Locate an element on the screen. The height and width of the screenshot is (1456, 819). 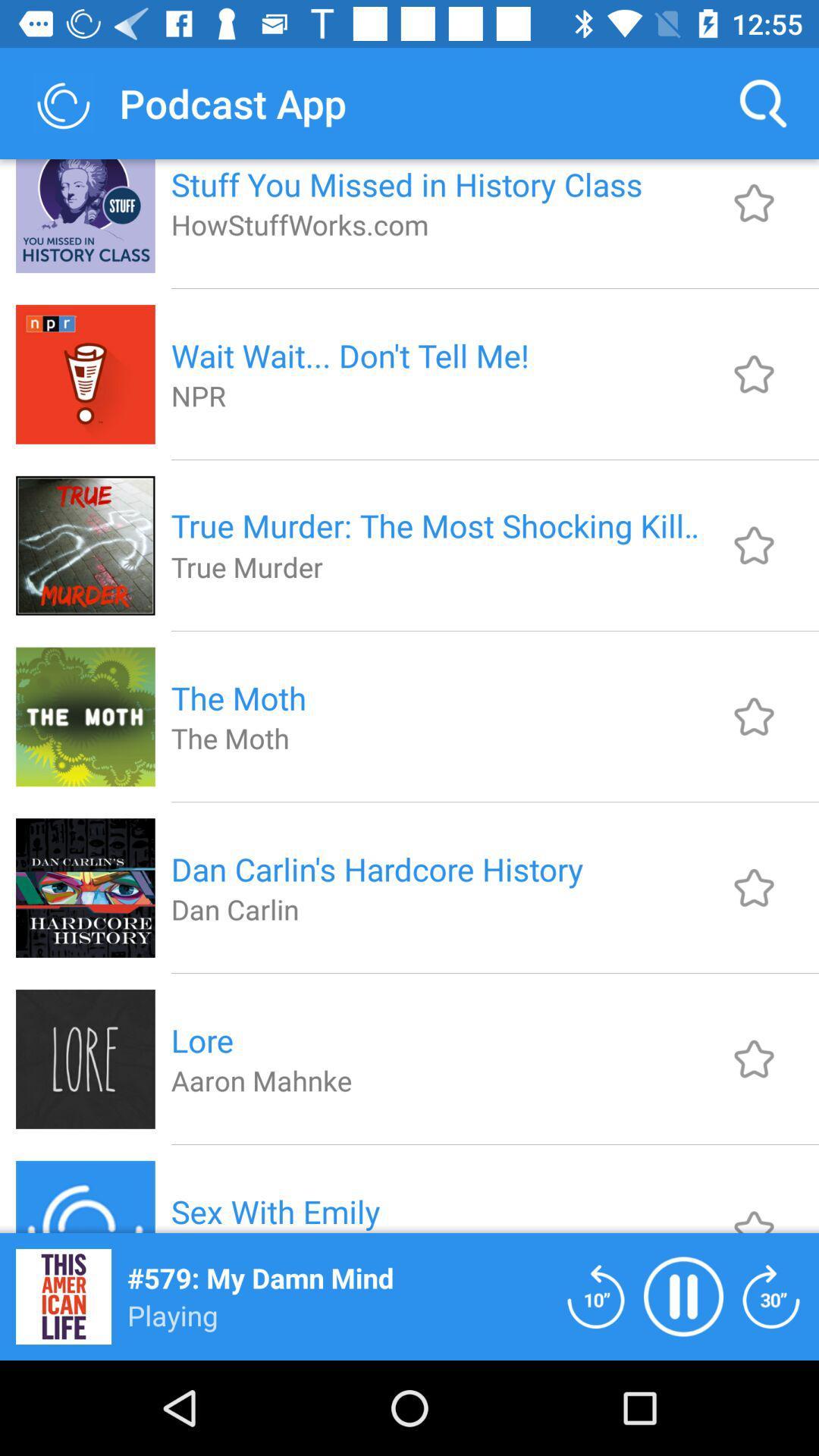
adicionar aos favoritos is located at coordinates (754, 1058).